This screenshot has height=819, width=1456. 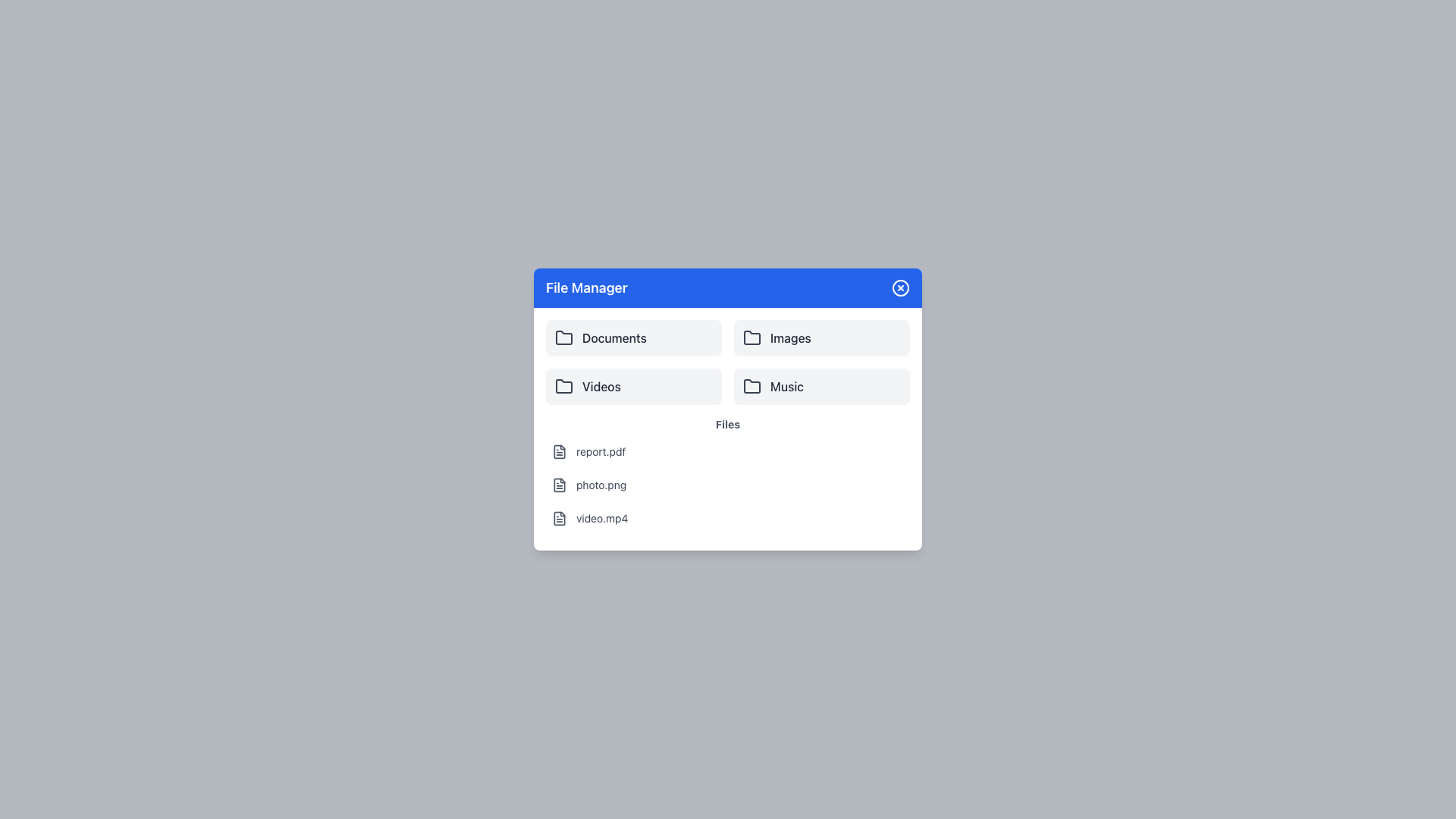 I want to click on the 'File Manager' text label, which is displayed in bold white font on a blue background bar at the top of a card-like interface, so click(x=585, y=288).